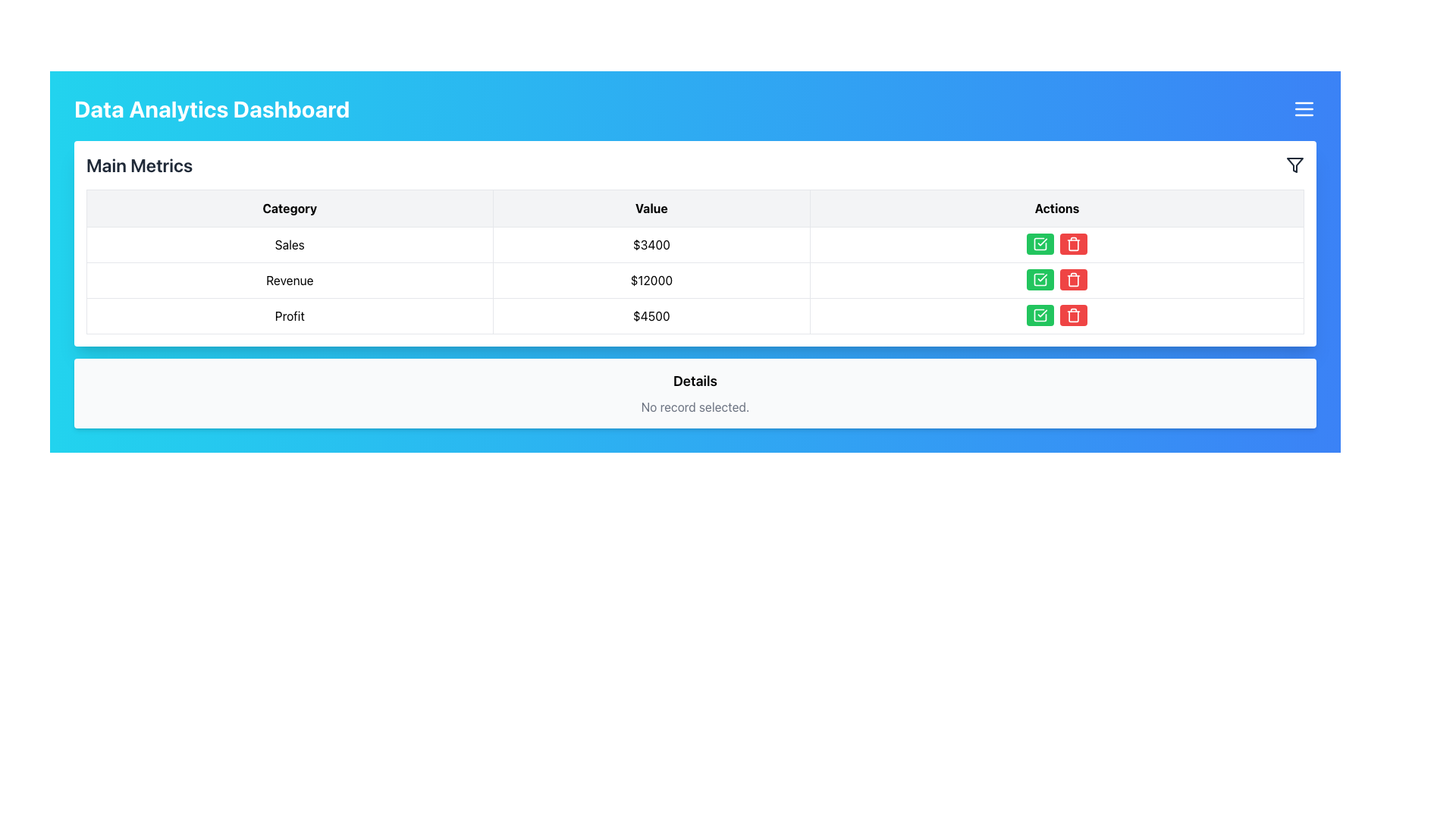 The width and height of the screenshot is (1456, 819). What do you see at coordinates (1040, 280) in the screenshot?
I see `the validation button located in the 'Actions' column of the second row in the main table` at bounding box center [1040, 280].